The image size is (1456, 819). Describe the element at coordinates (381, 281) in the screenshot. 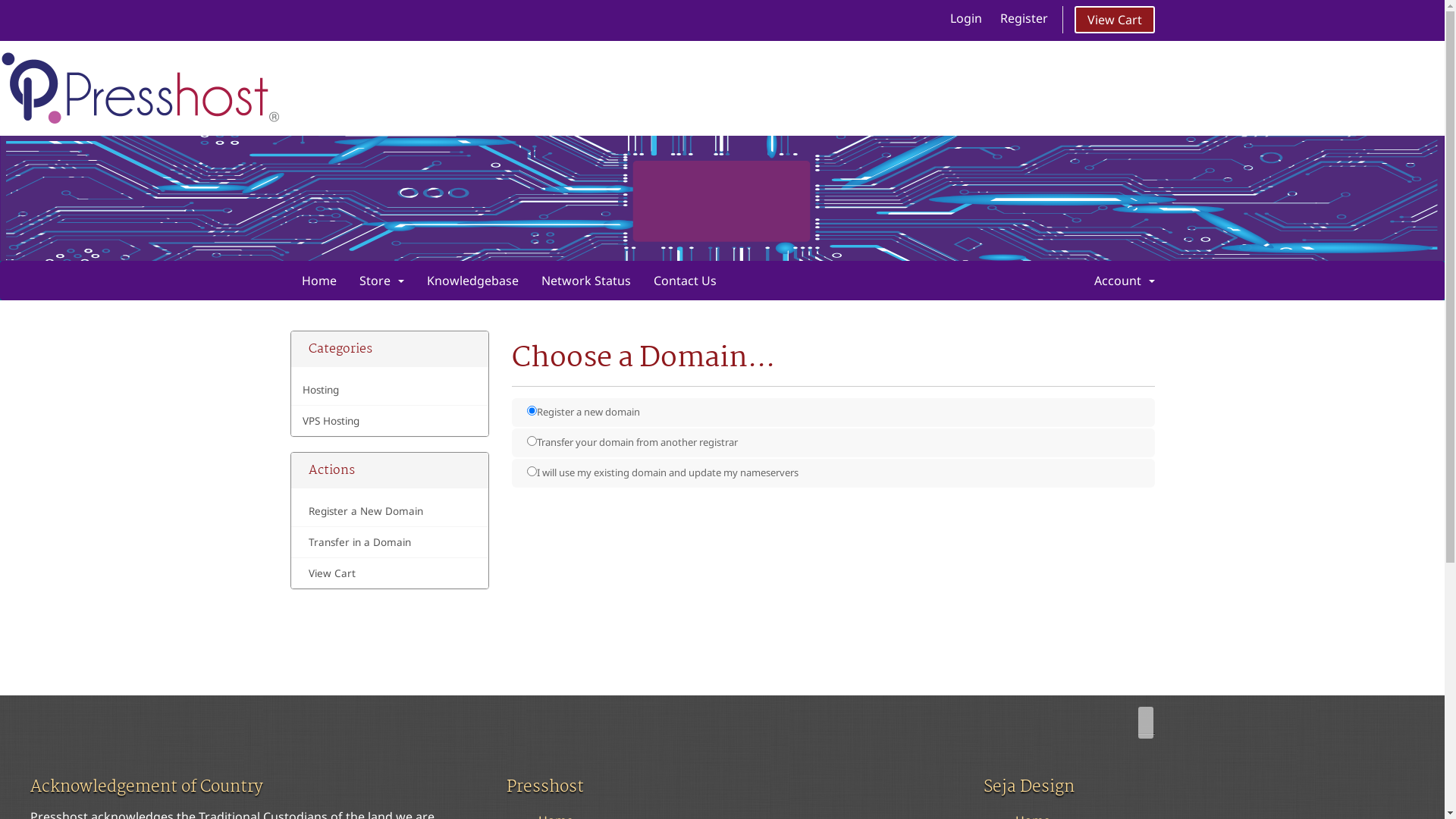

I see `'Store  '` at that location.